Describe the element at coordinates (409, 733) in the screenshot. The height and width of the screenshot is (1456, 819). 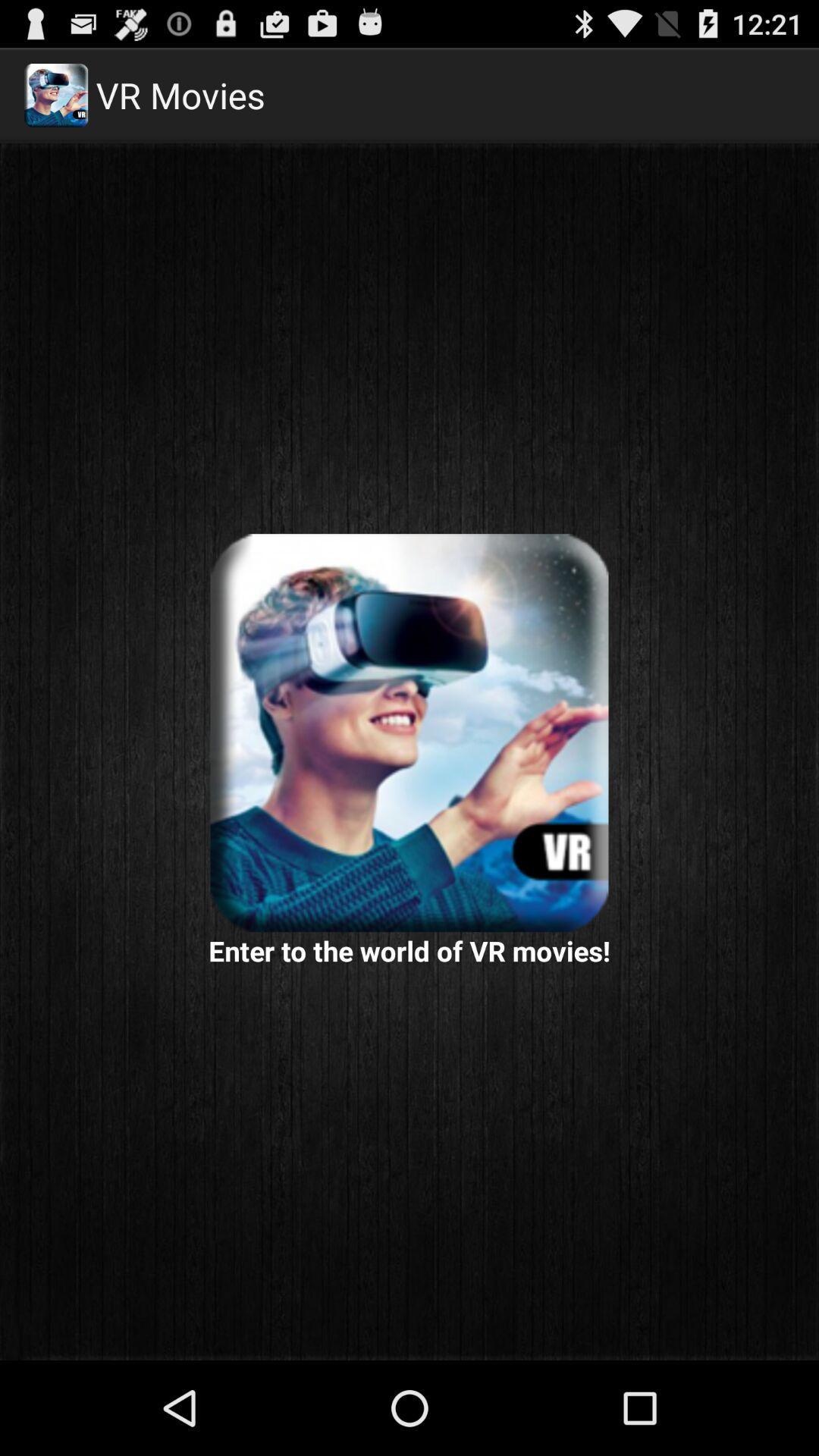
I see `item below vr movies icon` at that location.